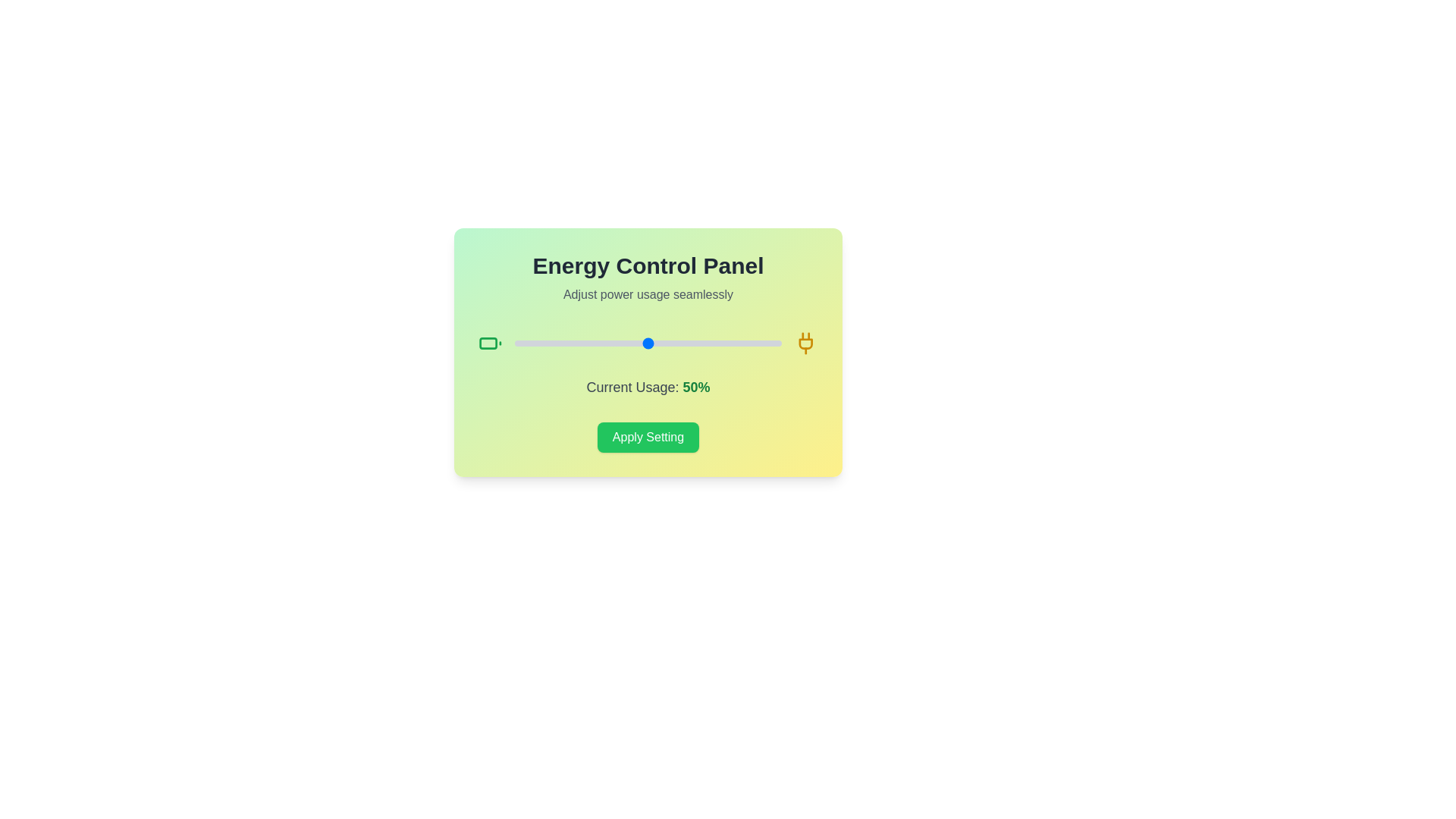 The width and height of the screenshot is (1456, 819). I want to click on the energy usage slider, so click(556, 343).